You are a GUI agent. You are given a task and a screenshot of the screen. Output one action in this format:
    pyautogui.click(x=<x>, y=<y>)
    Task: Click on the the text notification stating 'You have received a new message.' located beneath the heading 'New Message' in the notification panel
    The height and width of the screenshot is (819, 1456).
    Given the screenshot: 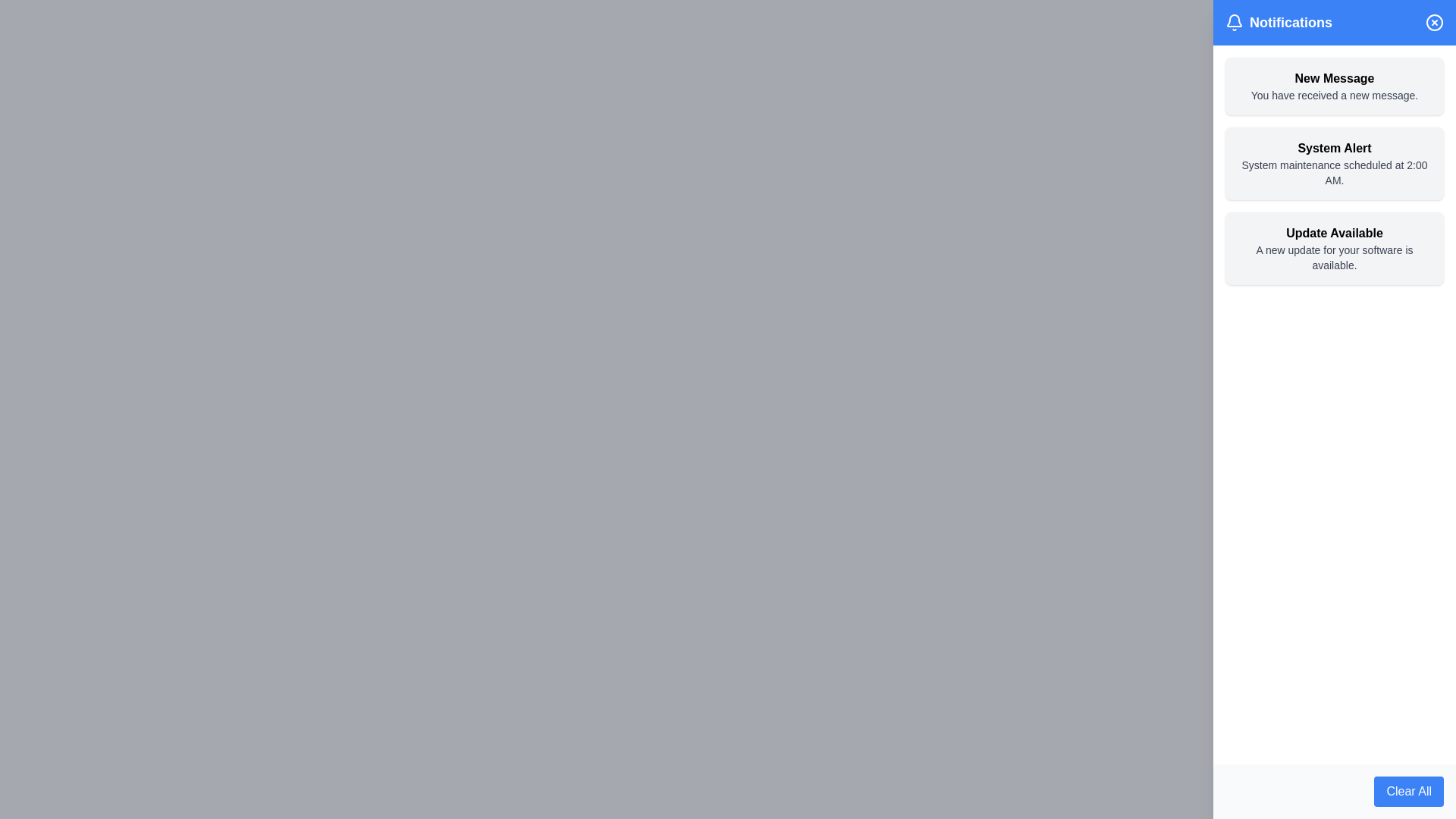 What is the action you would take?
    pyautogui.click(x=1335, y=96)
    